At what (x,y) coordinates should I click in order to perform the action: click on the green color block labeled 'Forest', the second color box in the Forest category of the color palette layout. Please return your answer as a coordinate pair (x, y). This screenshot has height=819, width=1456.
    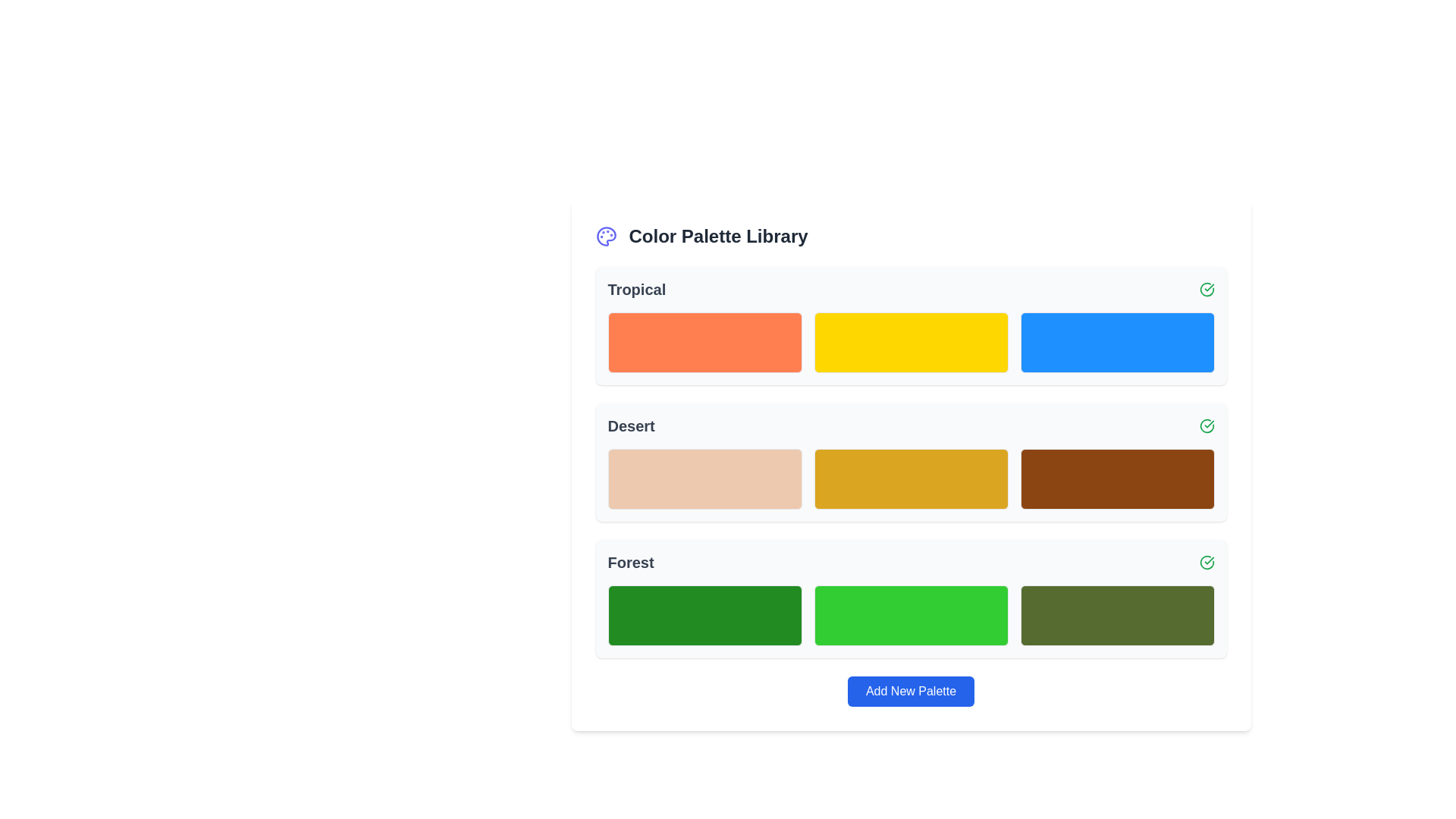
    Looking at the image, I should click on (910, 598).